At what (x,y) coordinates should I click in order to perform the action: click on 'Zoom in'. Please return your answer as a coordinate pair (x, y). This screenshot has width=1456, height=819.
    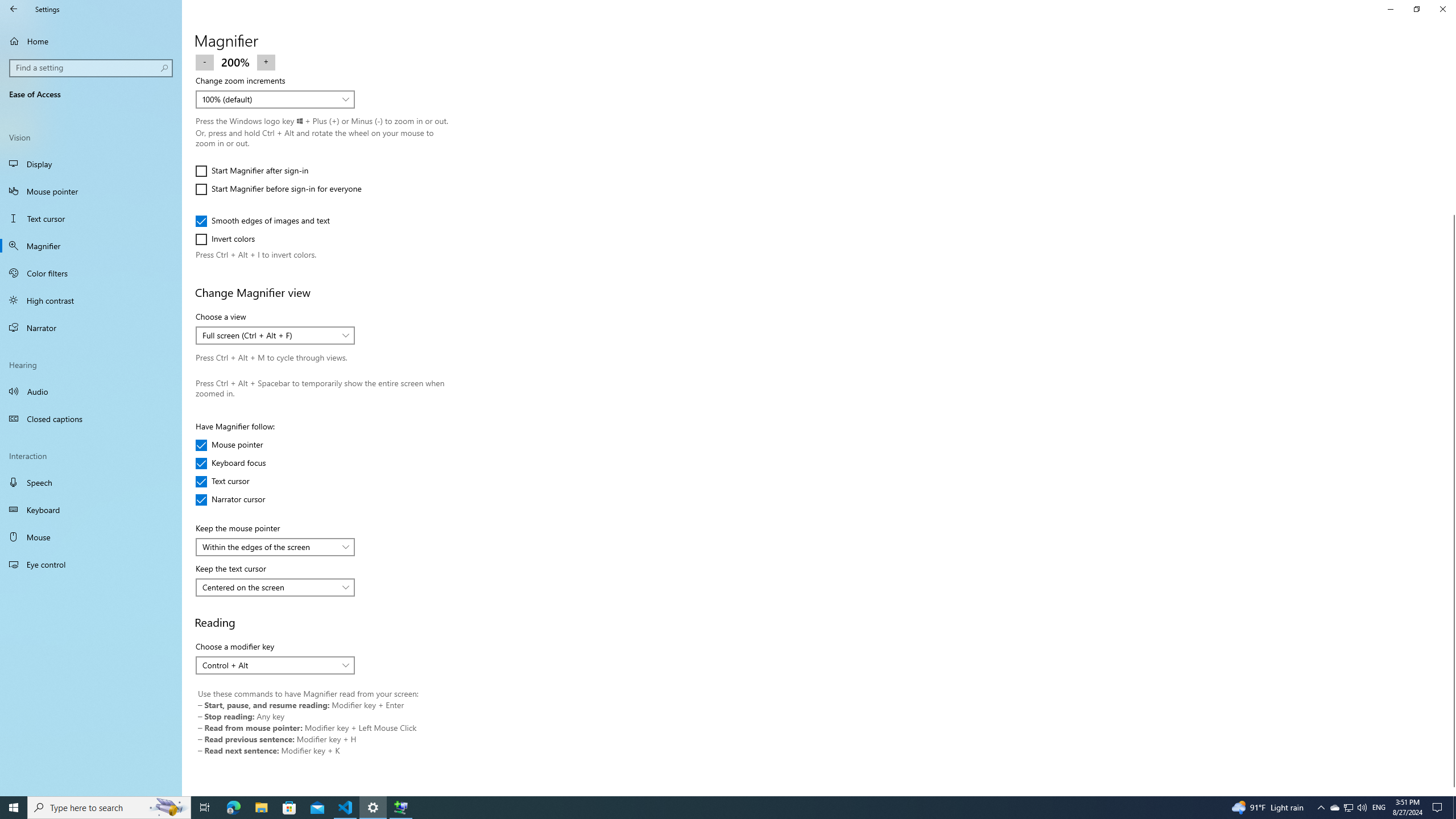
    Looking at the image, I should click on (266, 61).